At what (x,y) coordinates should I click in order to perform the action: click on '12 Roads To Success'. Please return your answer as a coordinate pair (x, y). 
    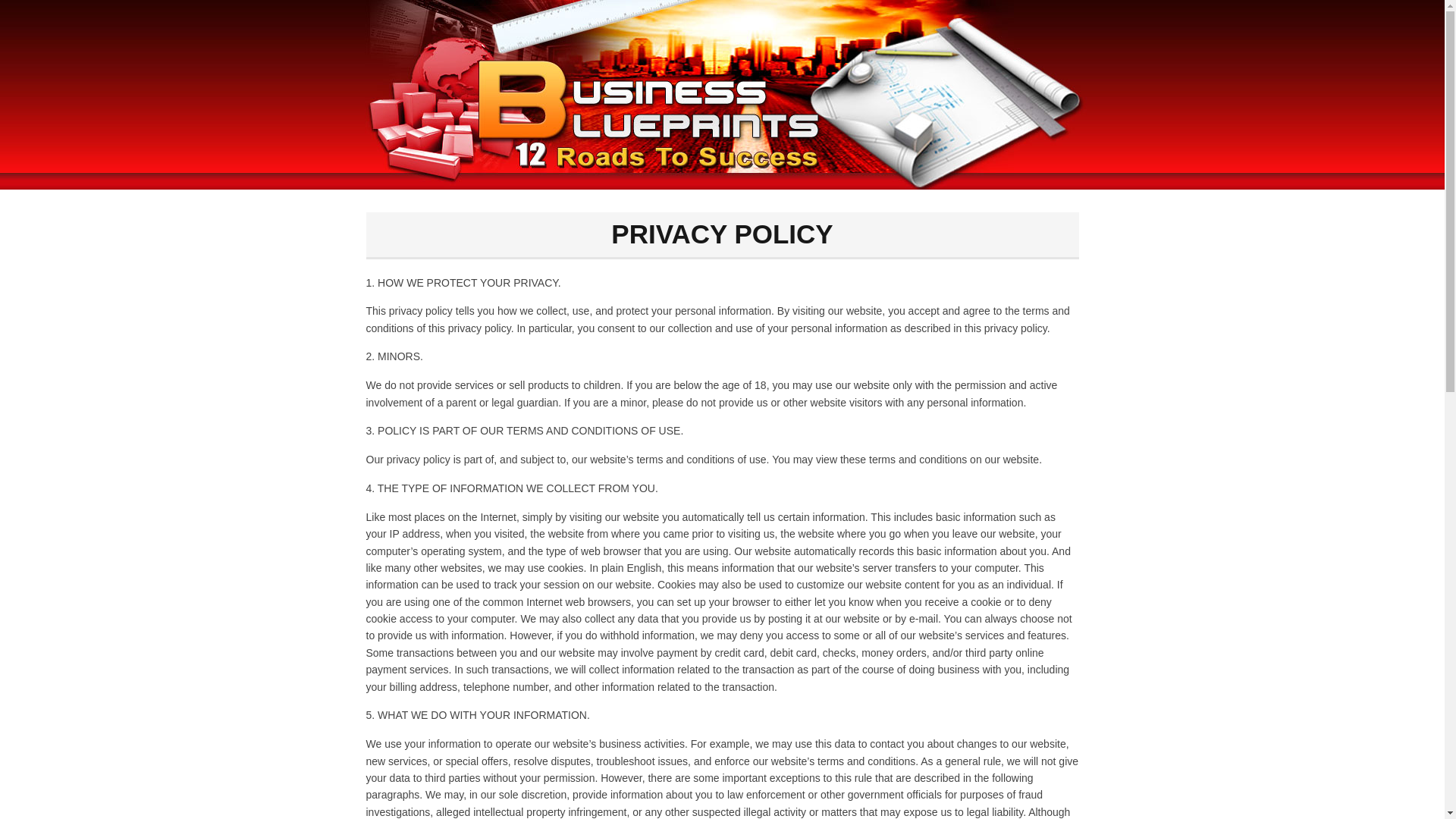
    Looking at the image, I should click on (720, 94).